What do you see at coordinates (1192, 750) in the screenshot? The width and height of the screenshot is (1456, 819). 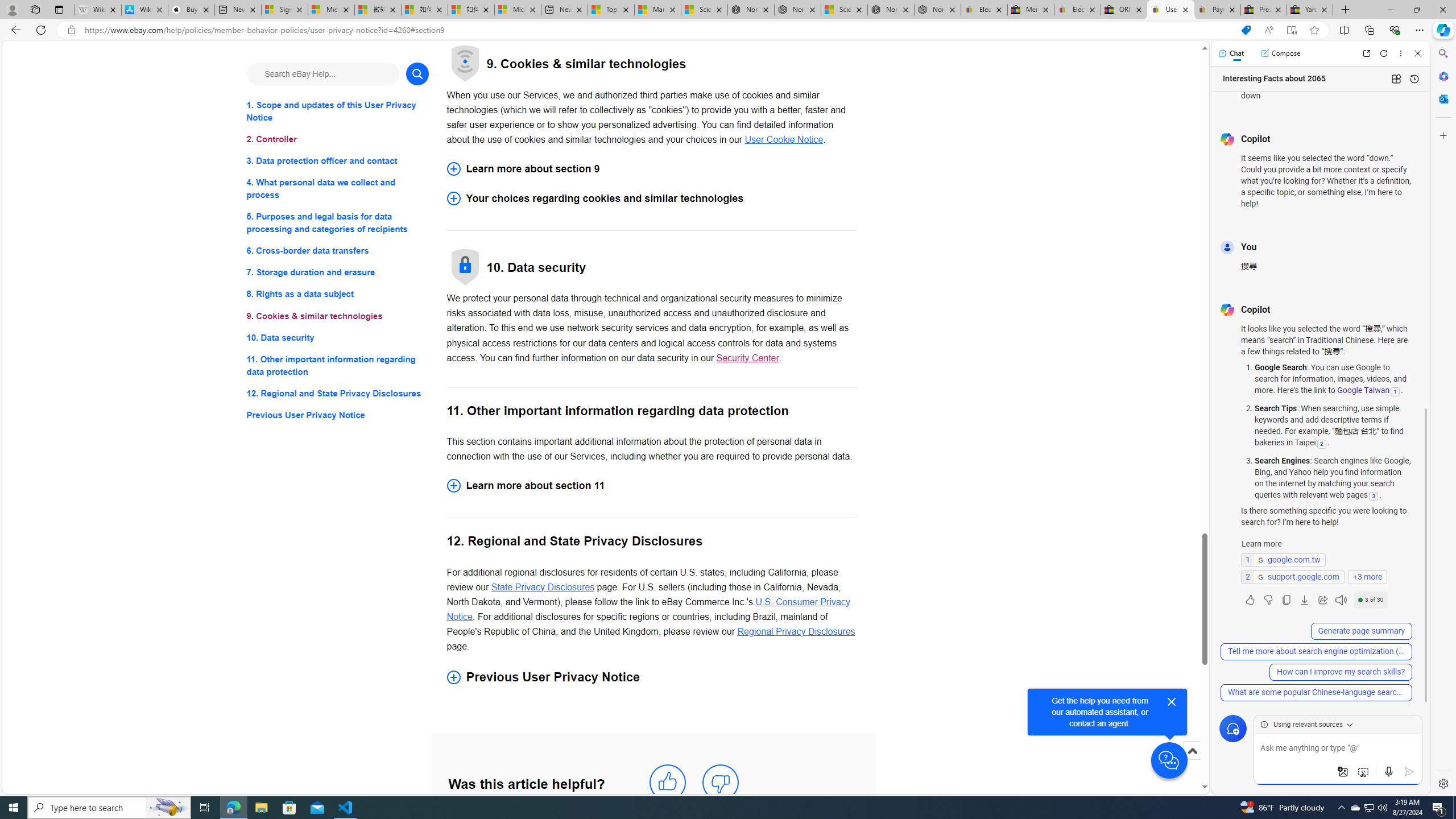 I see `'Scroll to top'` at bounding box center [1192, 750].